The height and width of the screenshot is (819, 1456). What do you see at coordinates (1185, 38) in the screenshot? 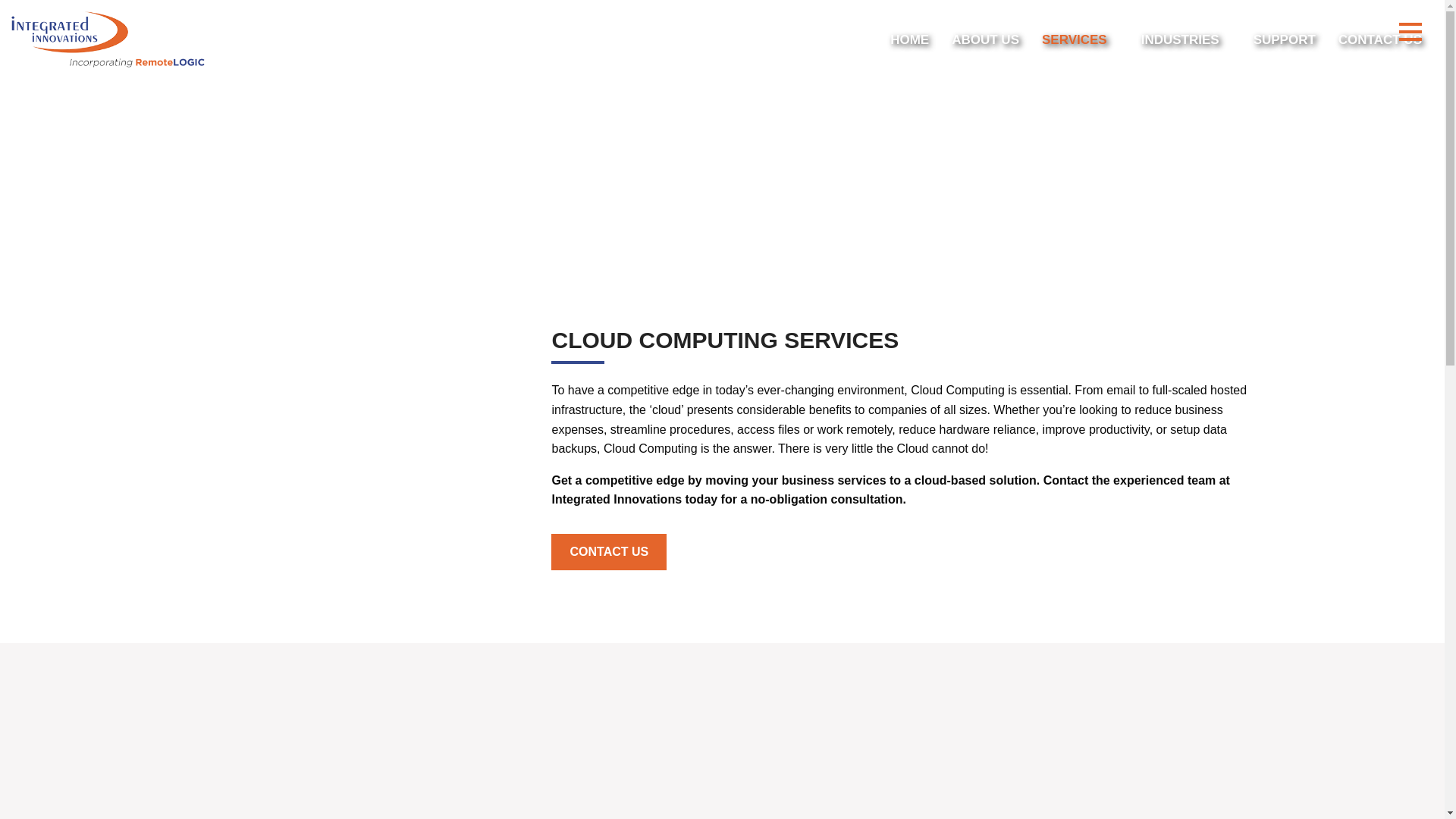
I see `'INDUSTRIES'` at bounding box center [1185, 38].